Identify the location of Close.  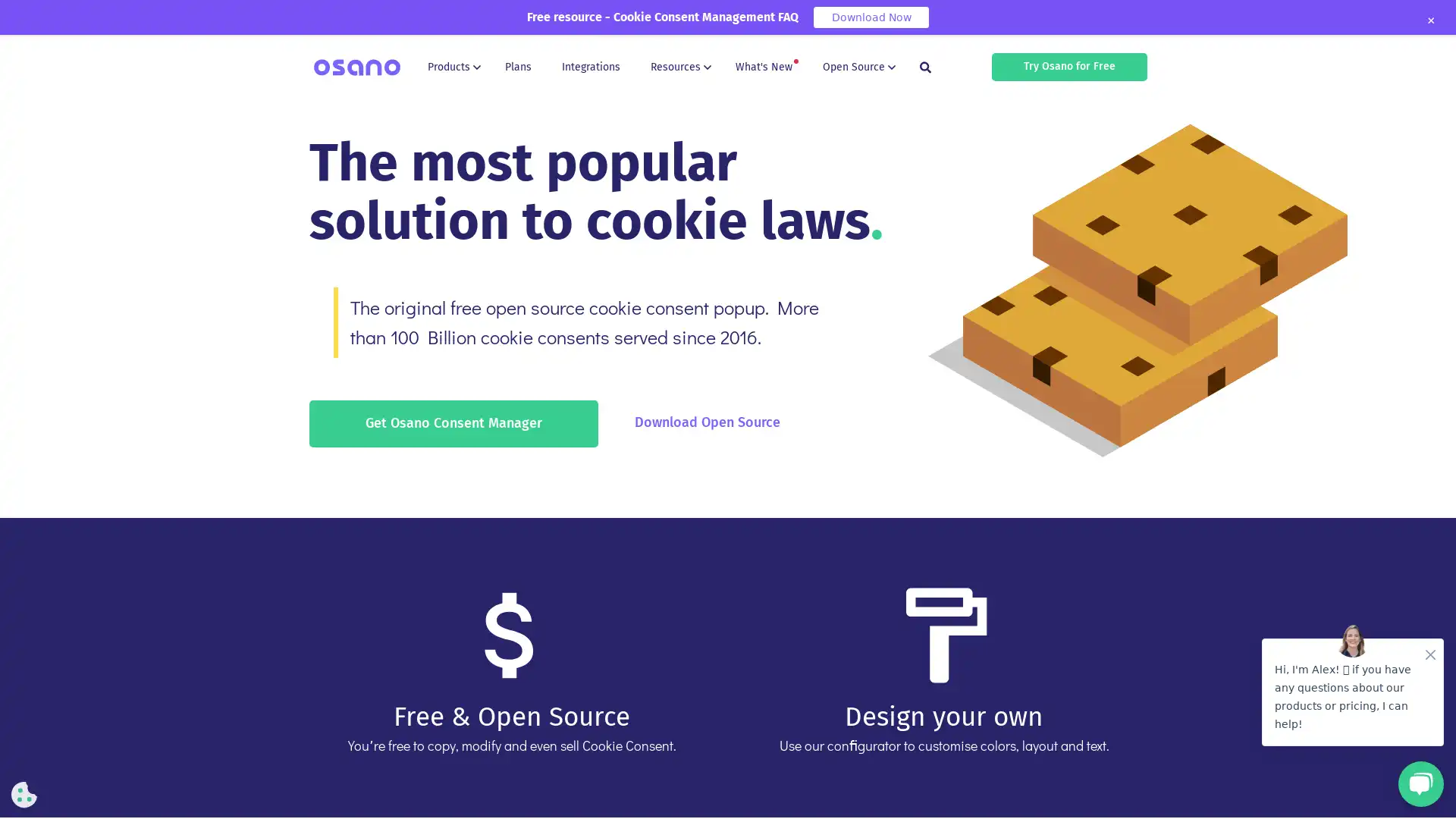
(1429, 20).